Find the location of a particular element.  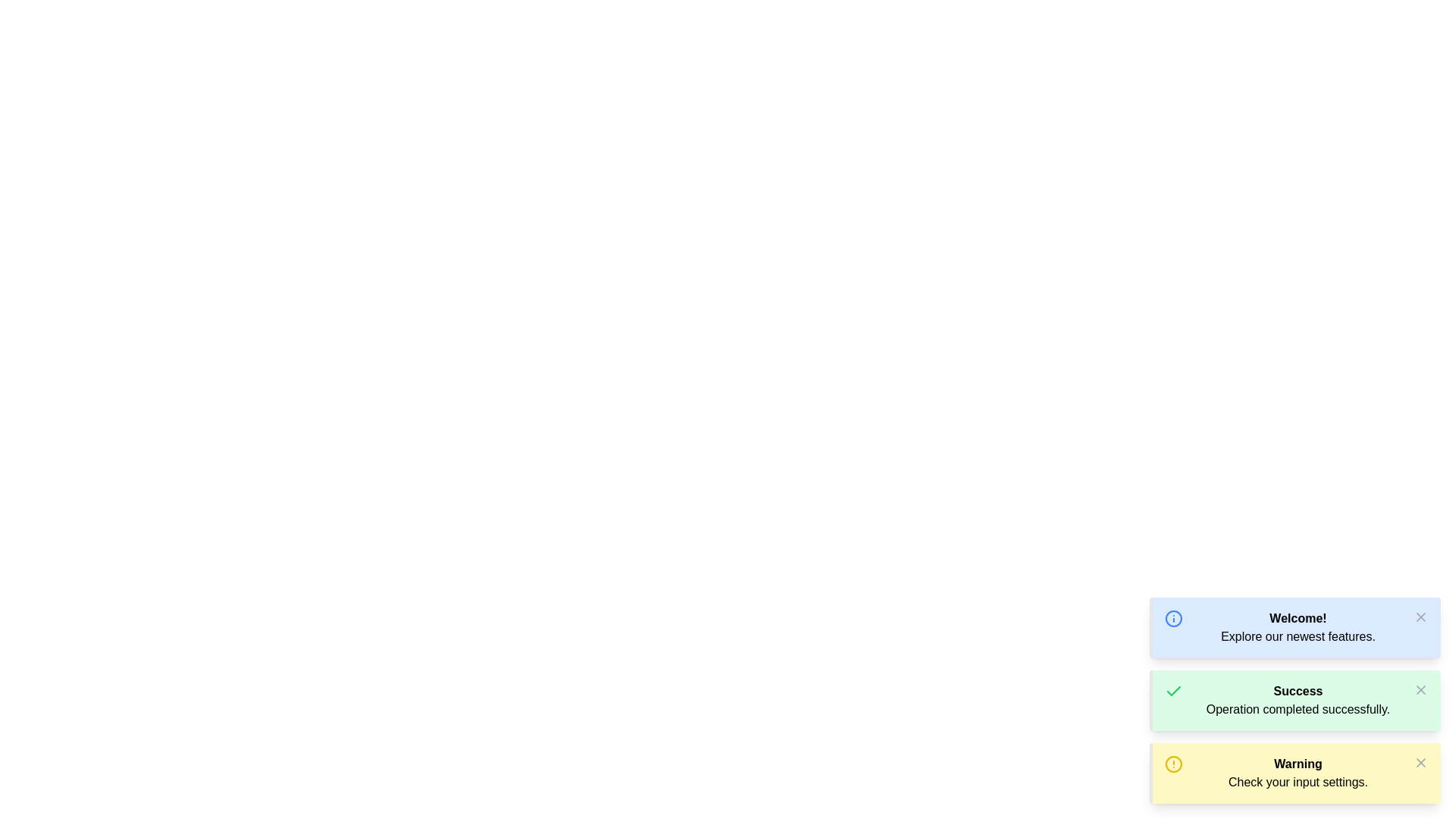

the text label that contains the message 'Check your input settings.' within the yellow notification box, located at the bottom of the warning notification is located at coordinates (1298, 783).